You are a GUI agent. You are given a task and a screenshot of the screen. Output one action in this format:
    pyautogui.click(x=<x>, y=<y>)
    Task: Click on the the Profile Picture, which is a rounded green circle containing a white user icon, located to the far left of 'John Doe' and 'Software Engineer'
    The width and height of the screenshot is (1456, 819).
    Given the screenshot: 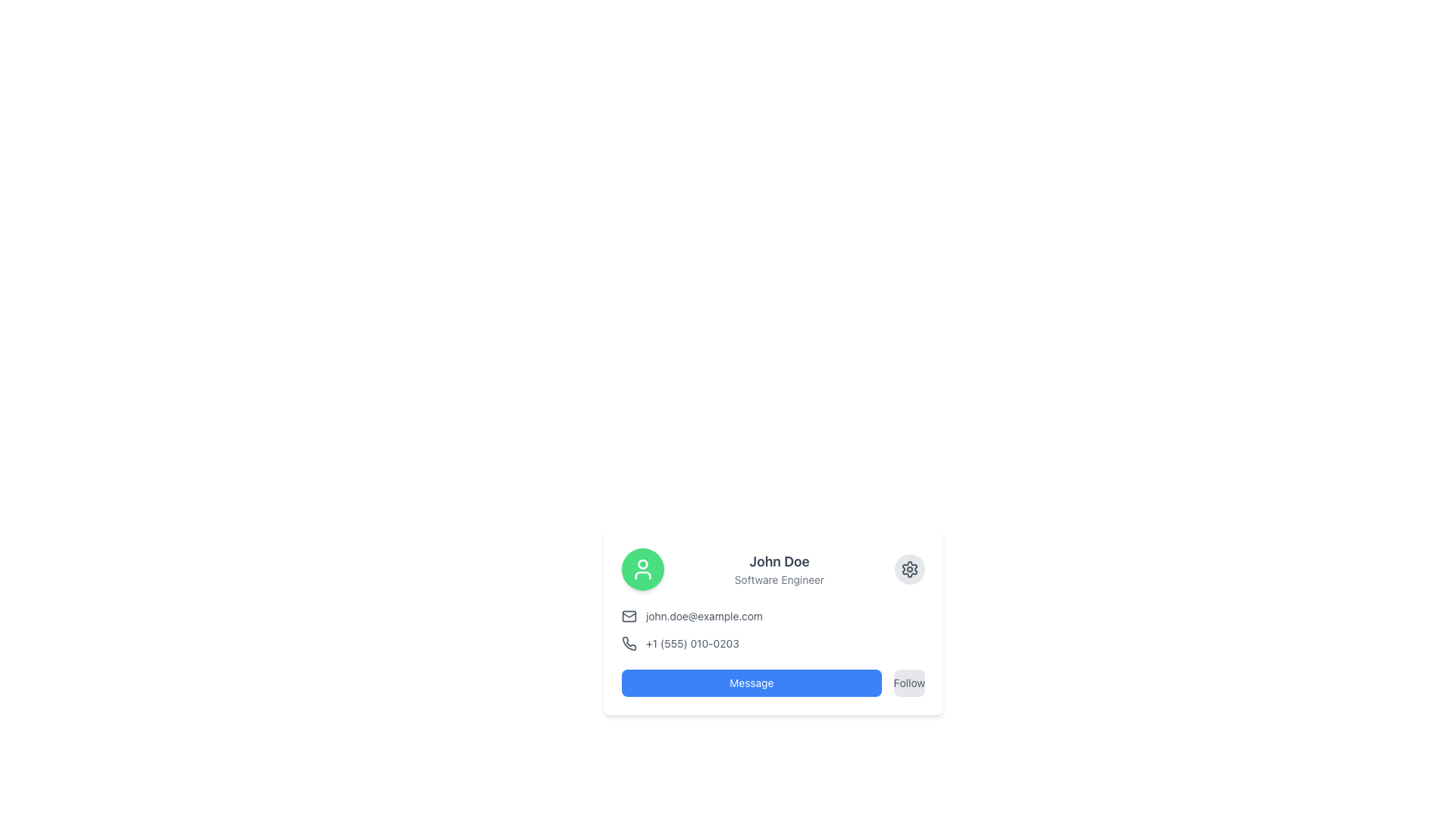 What is the action you would take?
    pyautogui.click(x=643, y=570)
    